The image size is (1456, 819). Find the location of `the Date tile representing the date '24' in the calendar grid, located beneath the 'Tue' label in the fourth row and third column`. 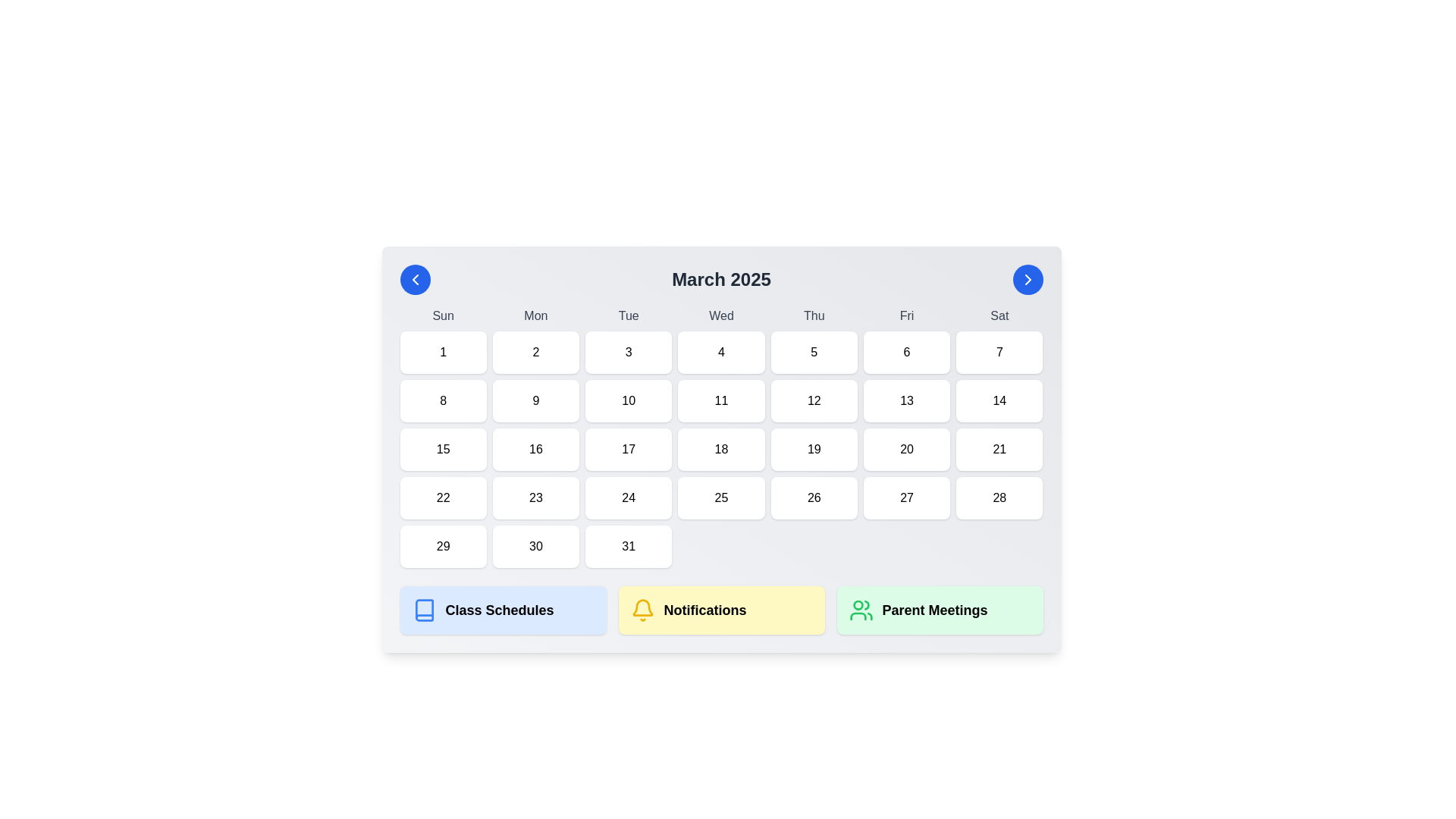

the Date tile representing the date '24' in the calendar grid, located beneath the 'Tue' label in the fourth row and third column is located at coordinates (629, 497).